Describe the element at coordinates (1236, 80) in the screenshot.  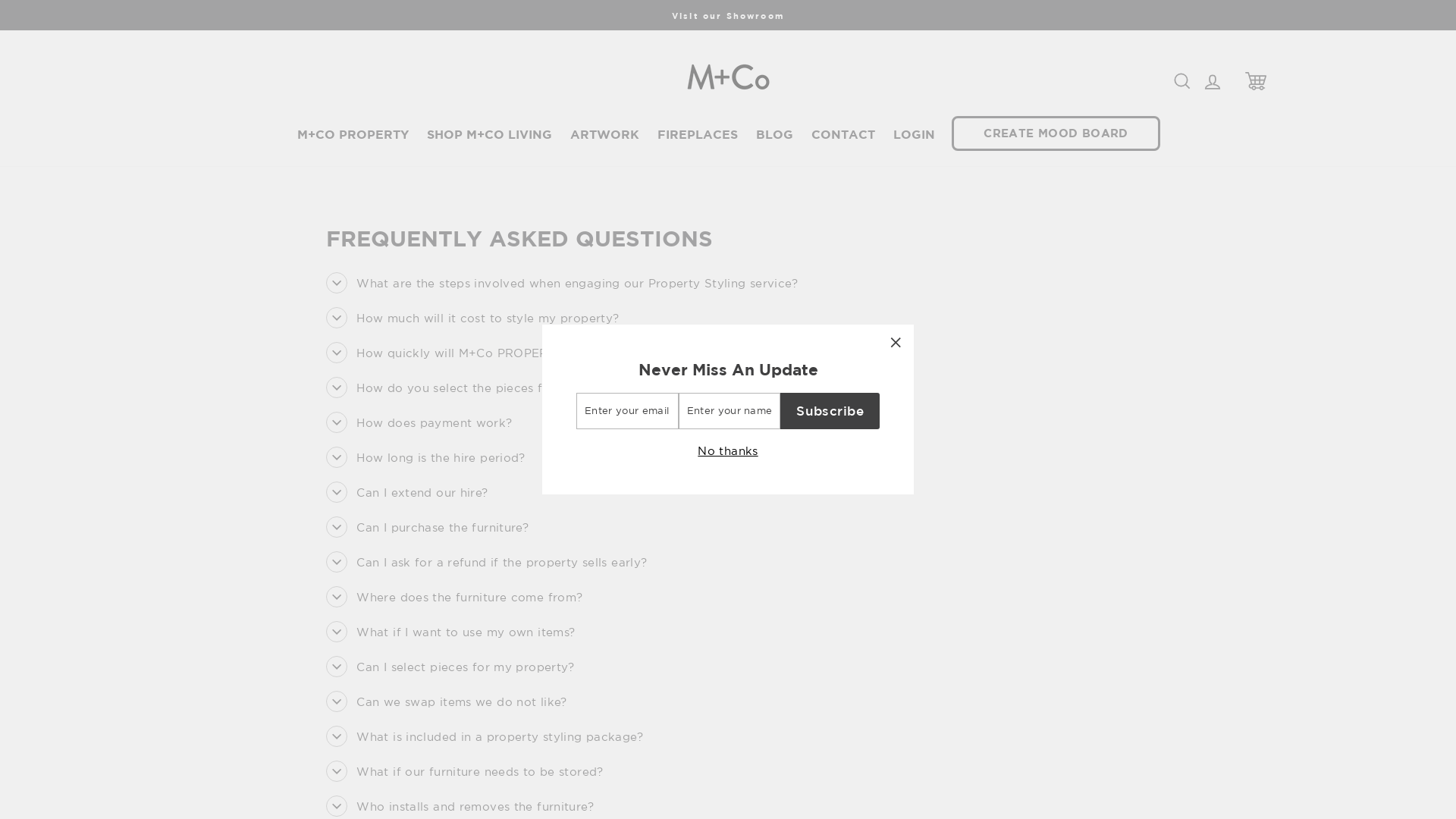
I see `'CART'` at that location.